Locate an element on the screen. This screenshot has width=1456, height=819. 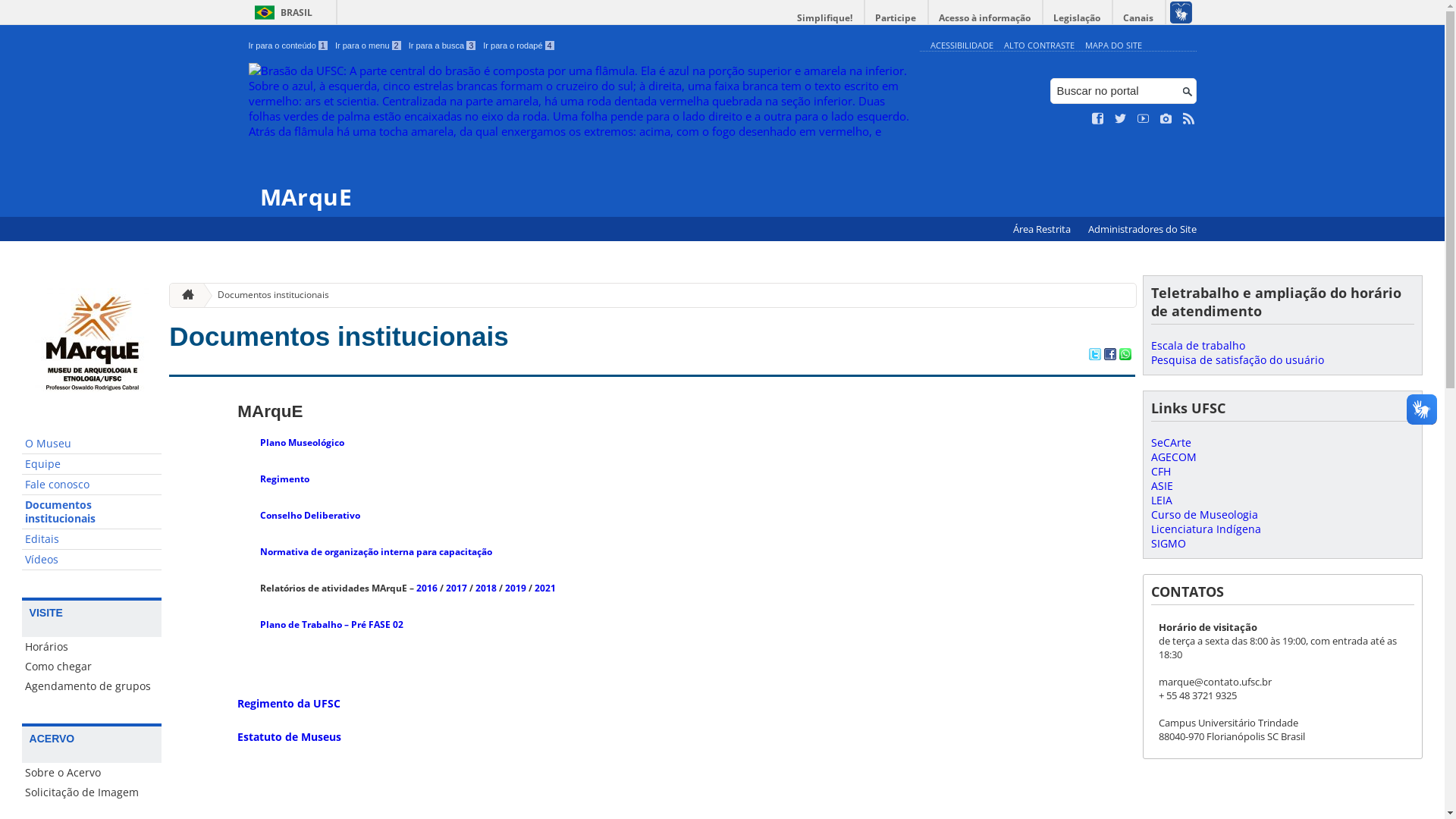
'Veja no Instagram' is located at coordinates (1165, 118).